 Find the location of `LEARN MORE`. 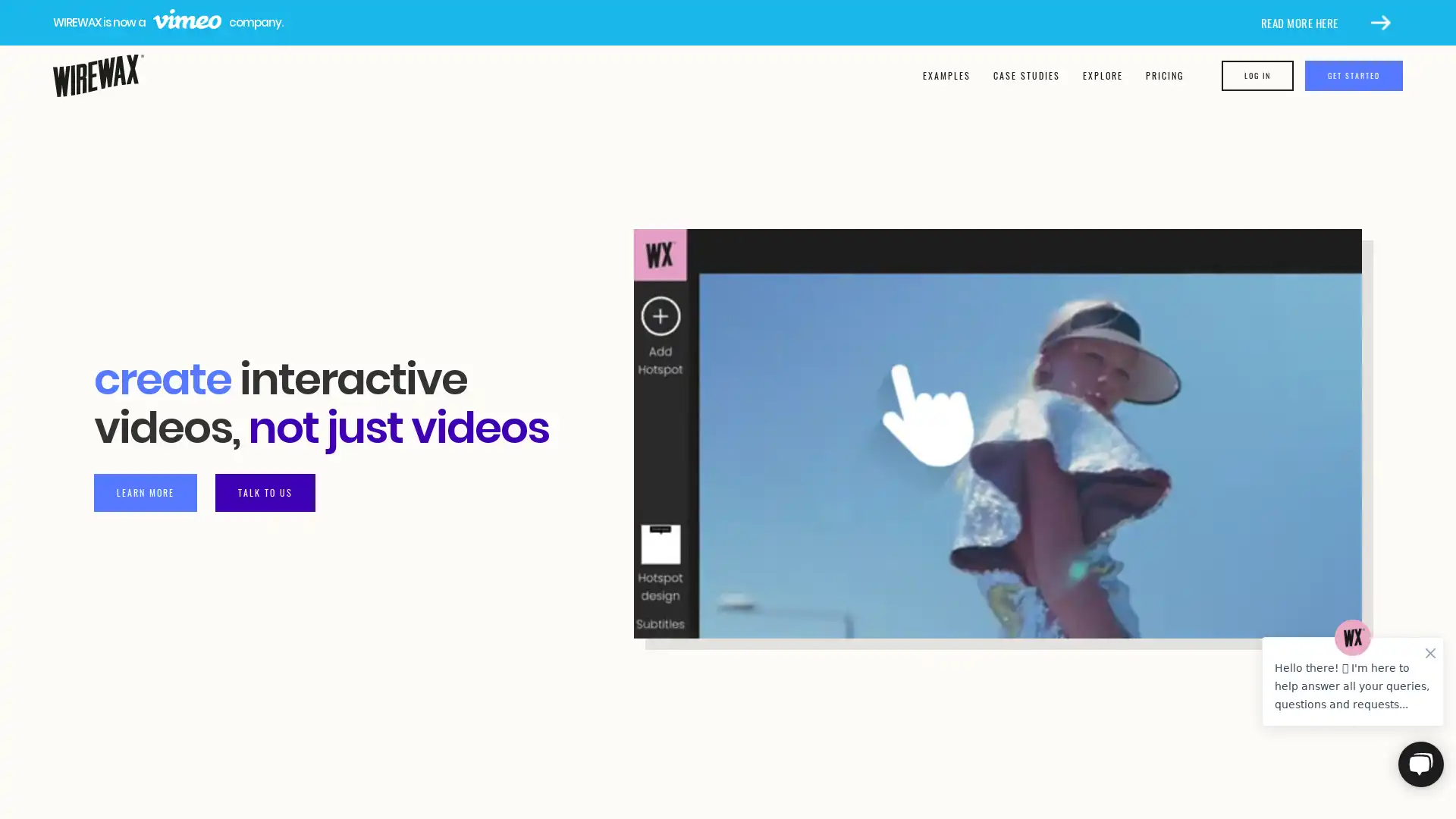

LEARN MORE is located at coordinates (146, 491).